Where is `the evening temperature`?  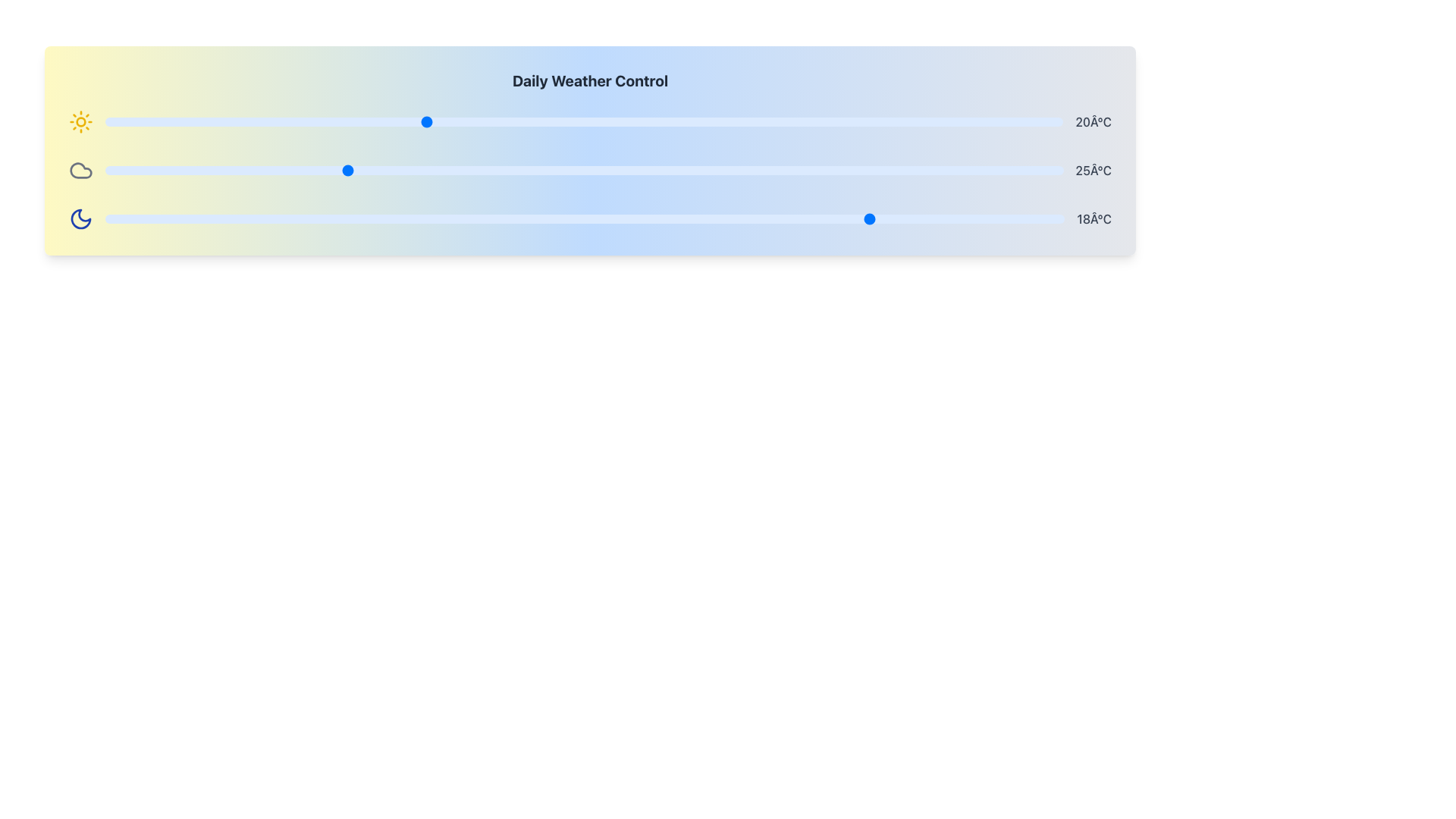
the evening temperature is located at coordinates (297, 219).